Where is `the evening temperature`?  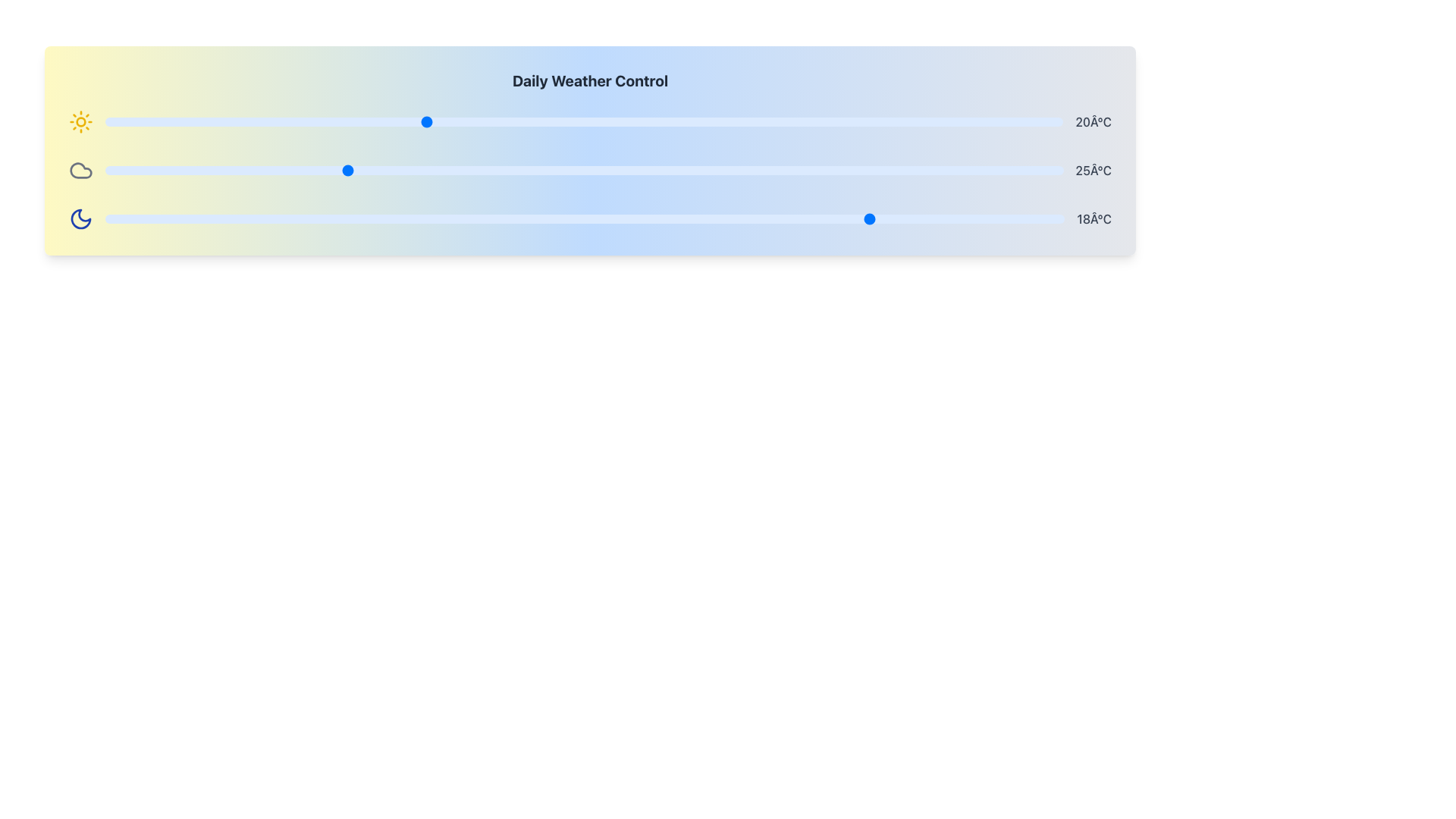
the evening temperature is located at coordinates (297, 219).